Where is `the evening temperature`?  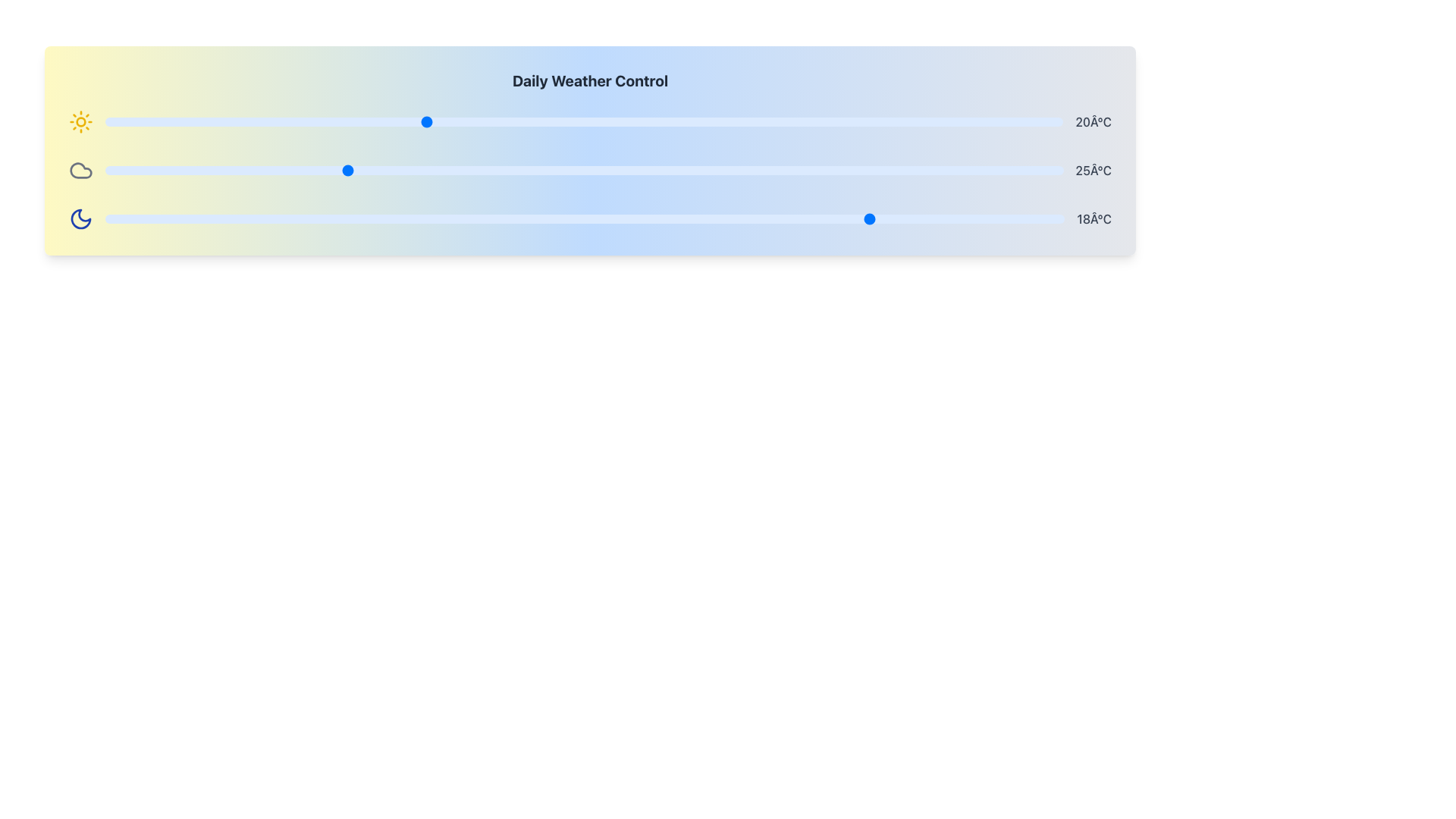
the evening temperature is located at coordinates (297, 219).